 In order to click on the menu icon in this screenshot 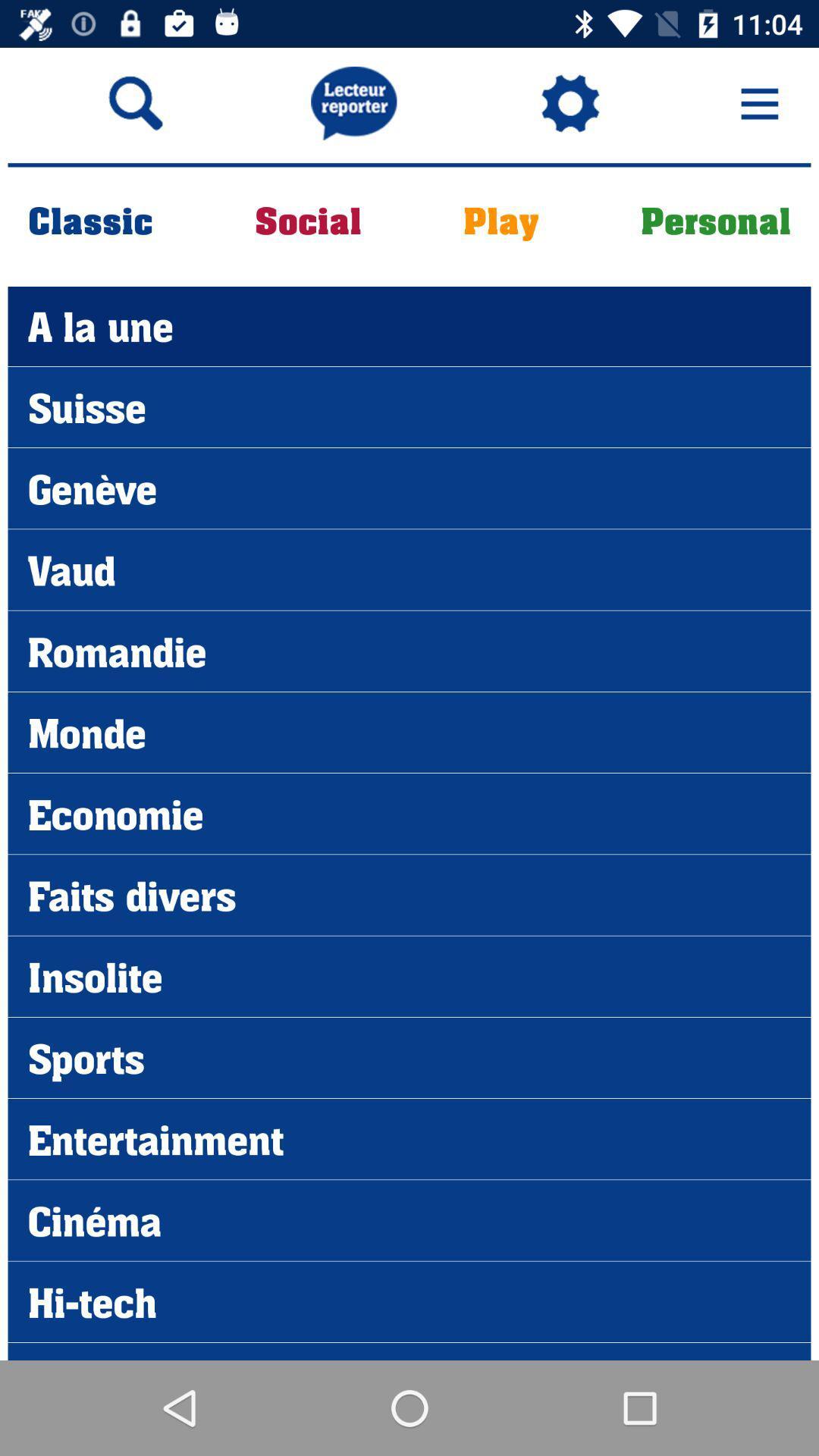, I will do `click(759, 102)`.